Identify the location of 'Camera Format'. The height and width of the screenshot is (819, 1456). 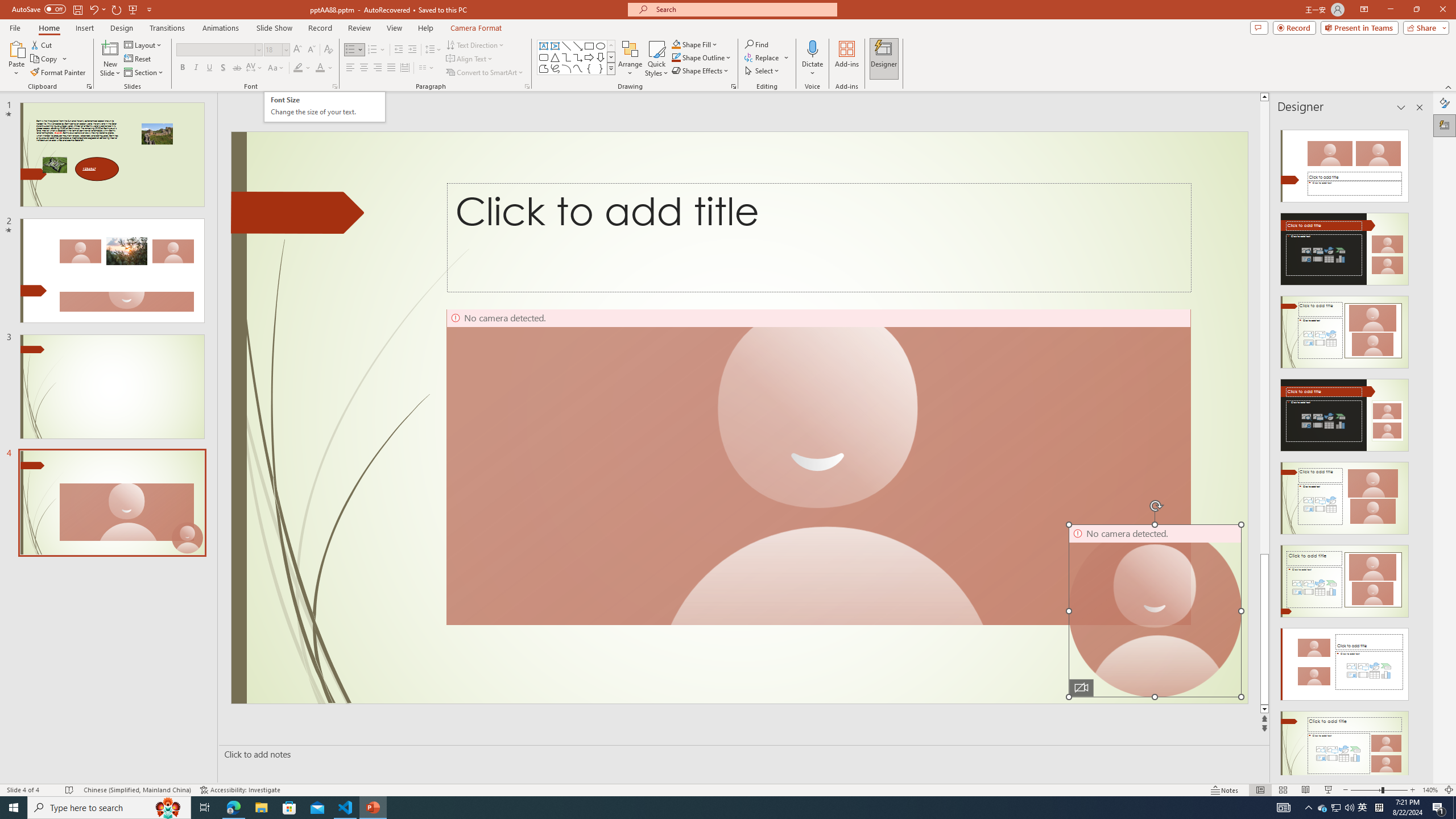
(475, 28).